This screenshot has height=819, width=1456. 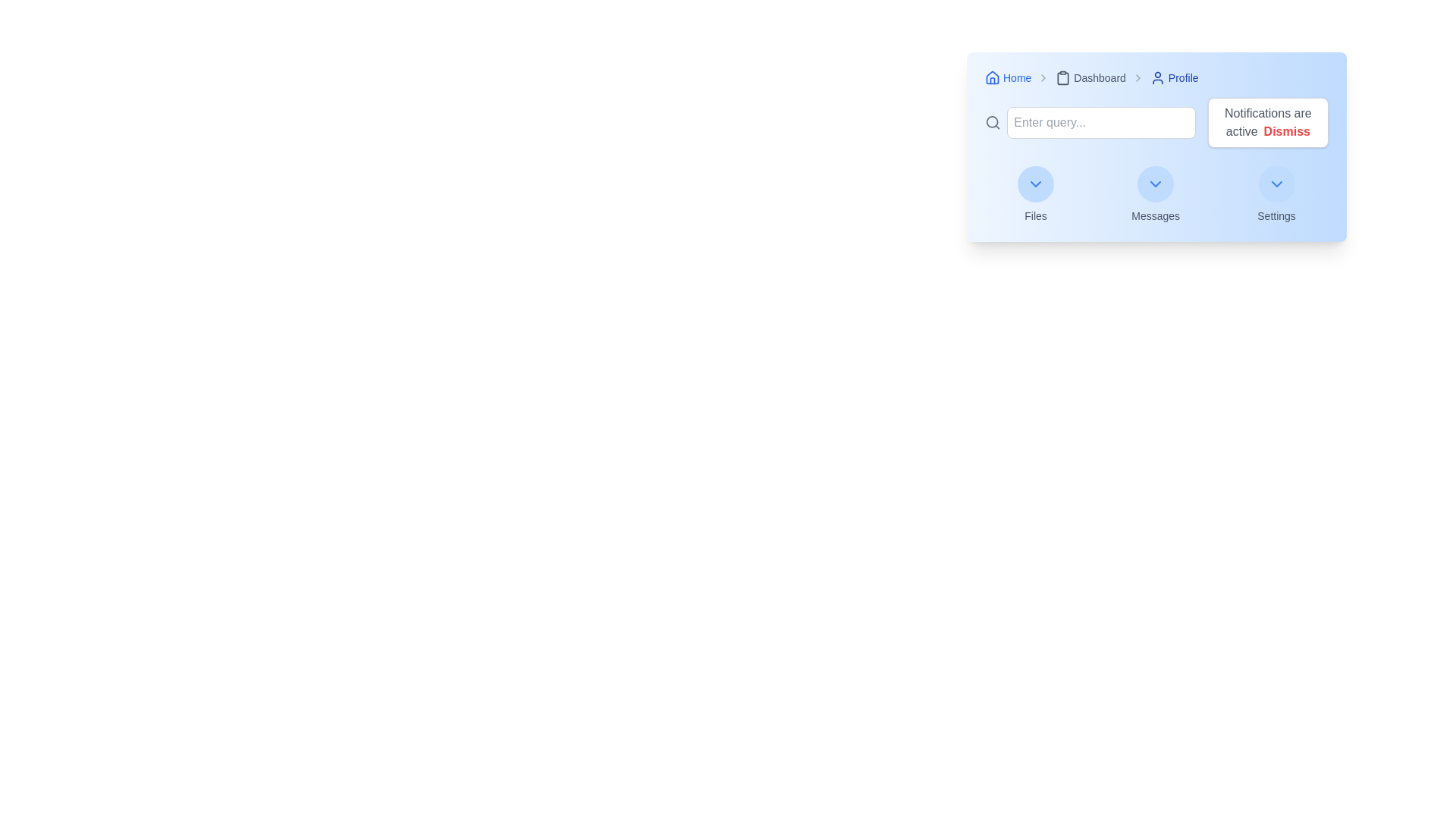 What do you see at coordinates (1137, 78) in the screenshot?
I see `the third chevron icon in the breadcrumb navigation bar that separates 'Dashboard' and 'Profile'` at bounding box center [1137, 78].